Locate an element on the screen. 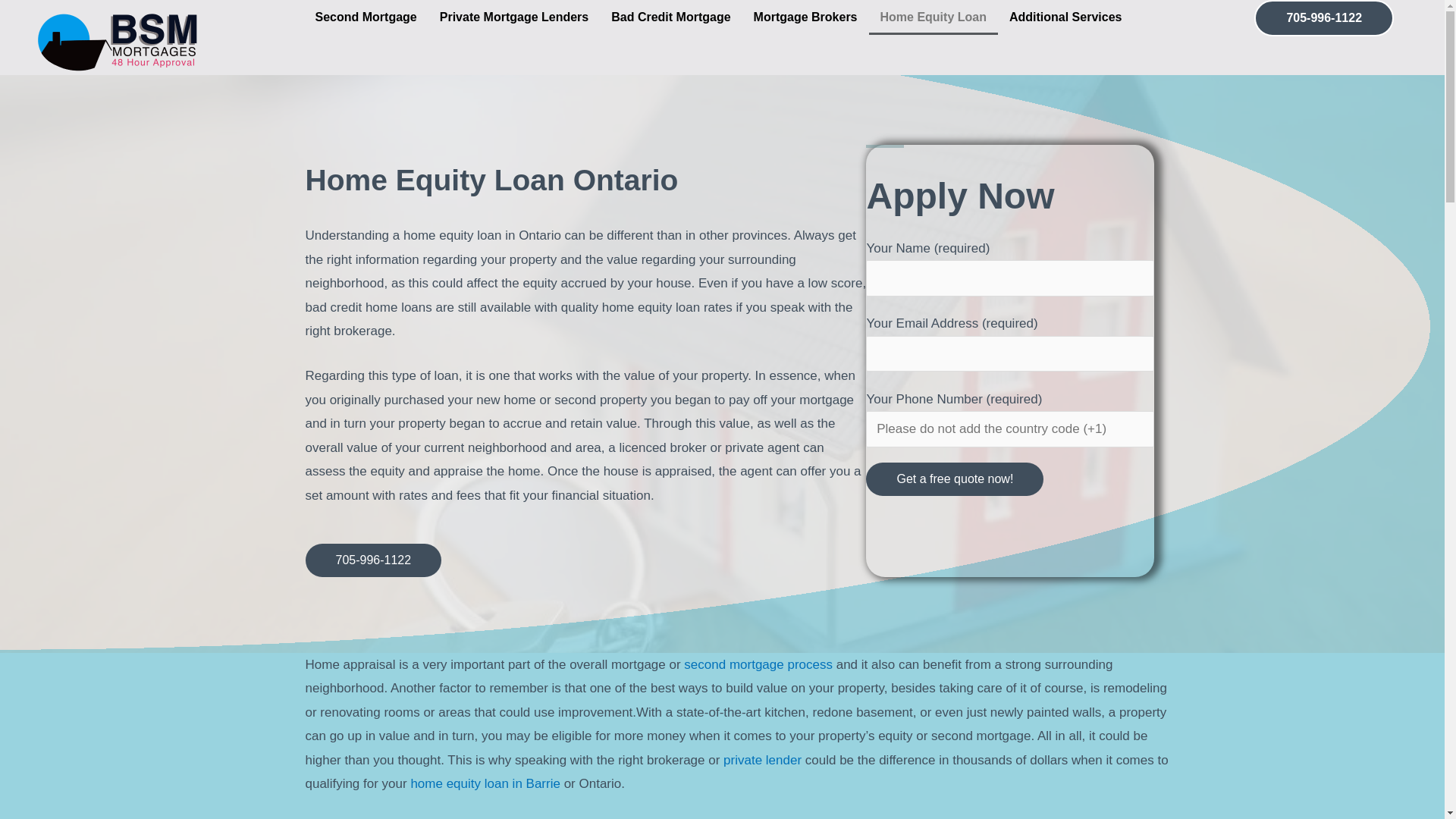 This screenshot has width=1456, height=819. 'Home Equity Loan' is located at coordinates (932, 17).